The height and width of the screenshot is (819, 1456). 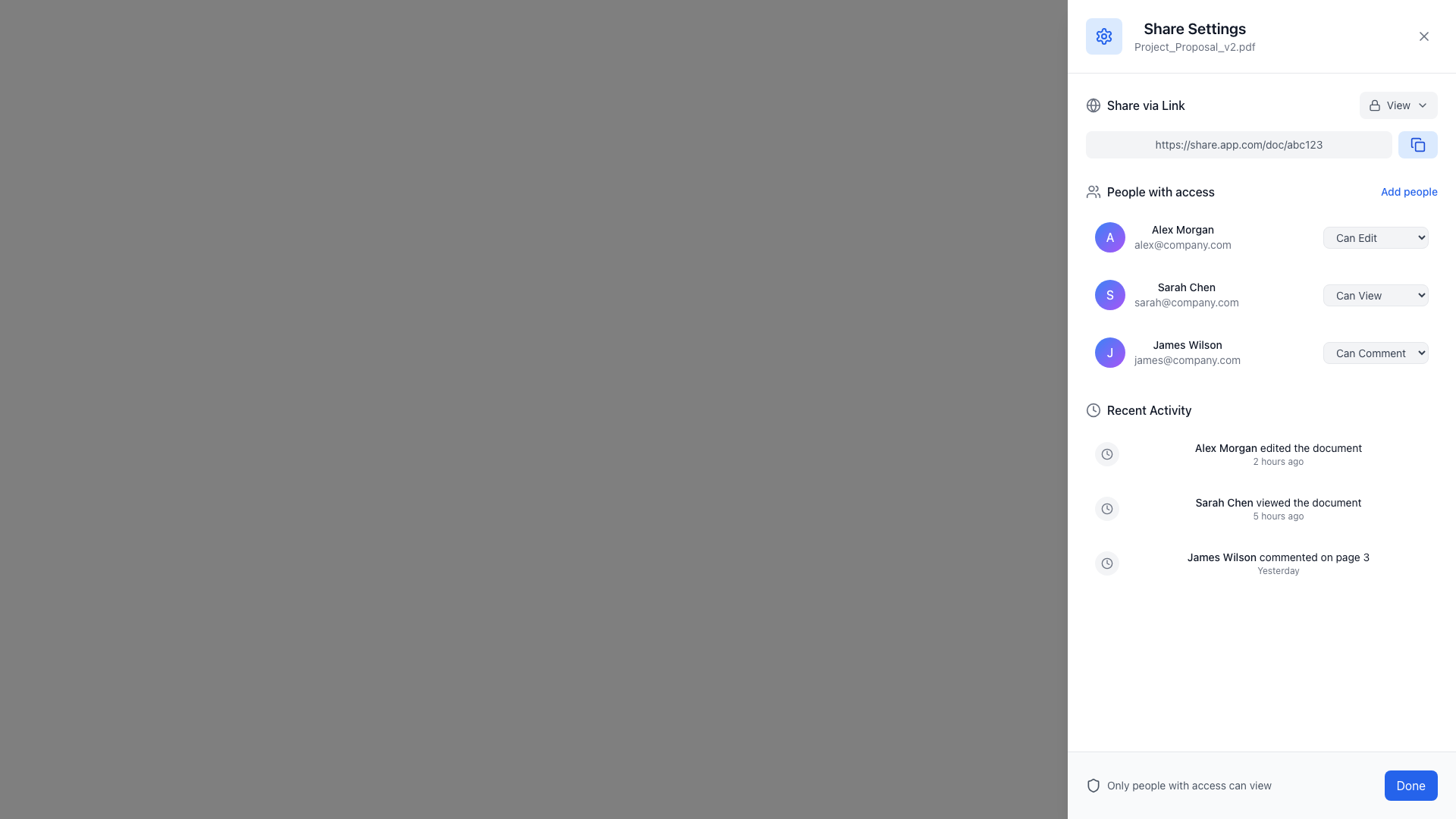 I want to click on the square icon with a light blue background and a settings gear symbol located at the top-left corner of the 'Share Settings' section, so click(x=1103, y=35).